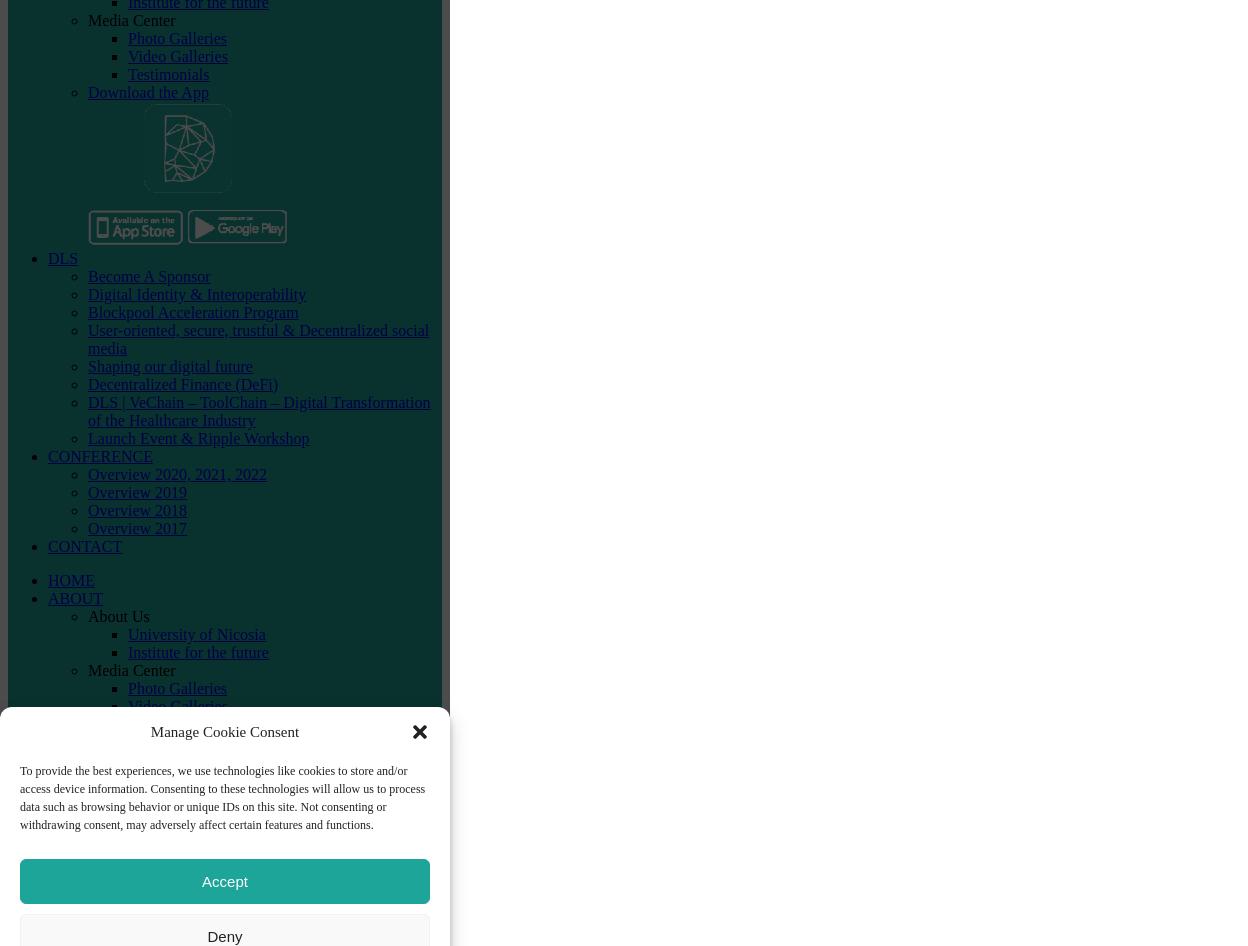 Image resolution: width=1248 pixels, height=946 pixels. I want to click on 'Blockpool Acceleration Program', so click(191, 310).